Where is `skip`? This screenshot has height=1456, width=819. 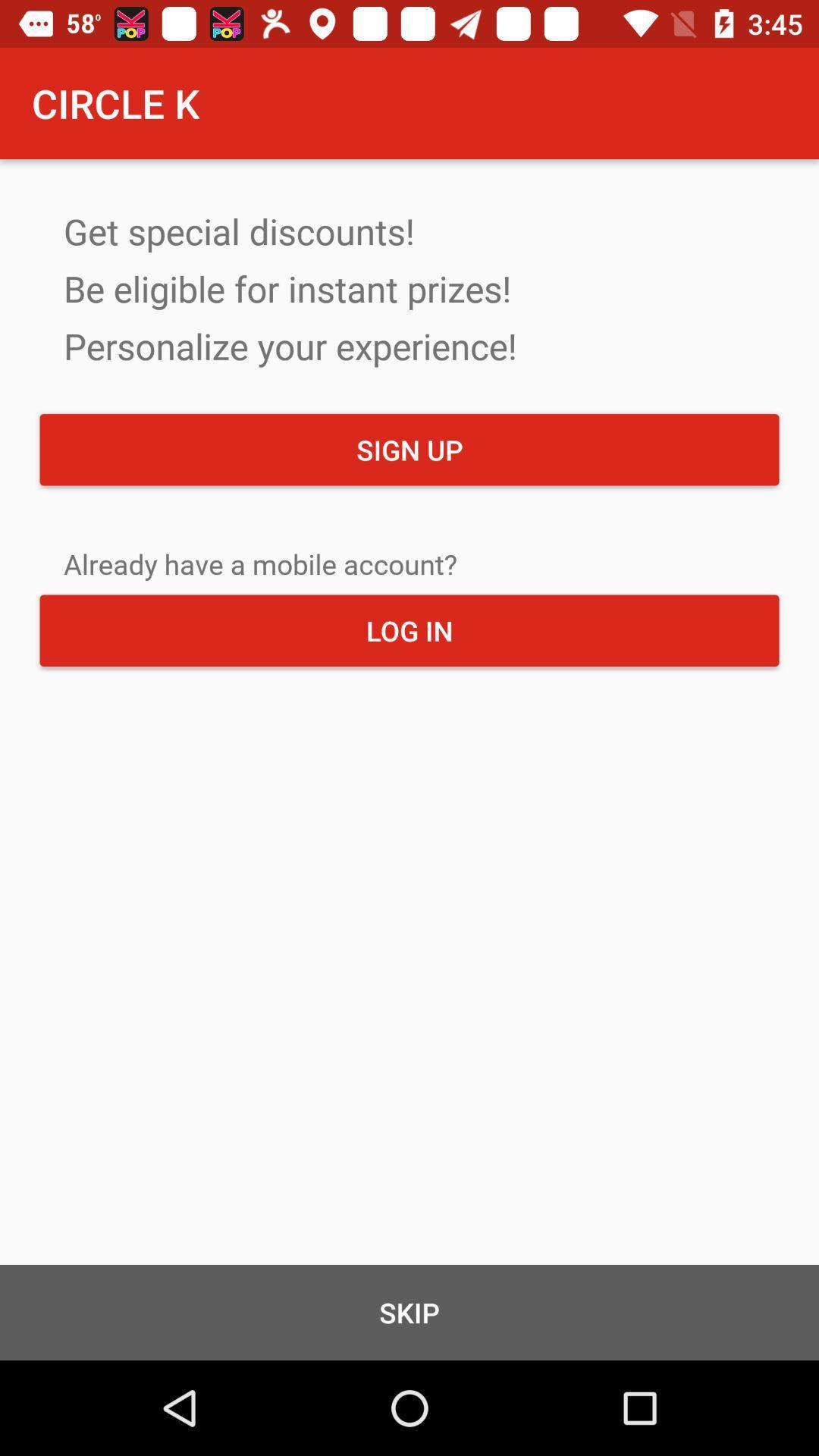
skip is located at coordinates (409, 1312).